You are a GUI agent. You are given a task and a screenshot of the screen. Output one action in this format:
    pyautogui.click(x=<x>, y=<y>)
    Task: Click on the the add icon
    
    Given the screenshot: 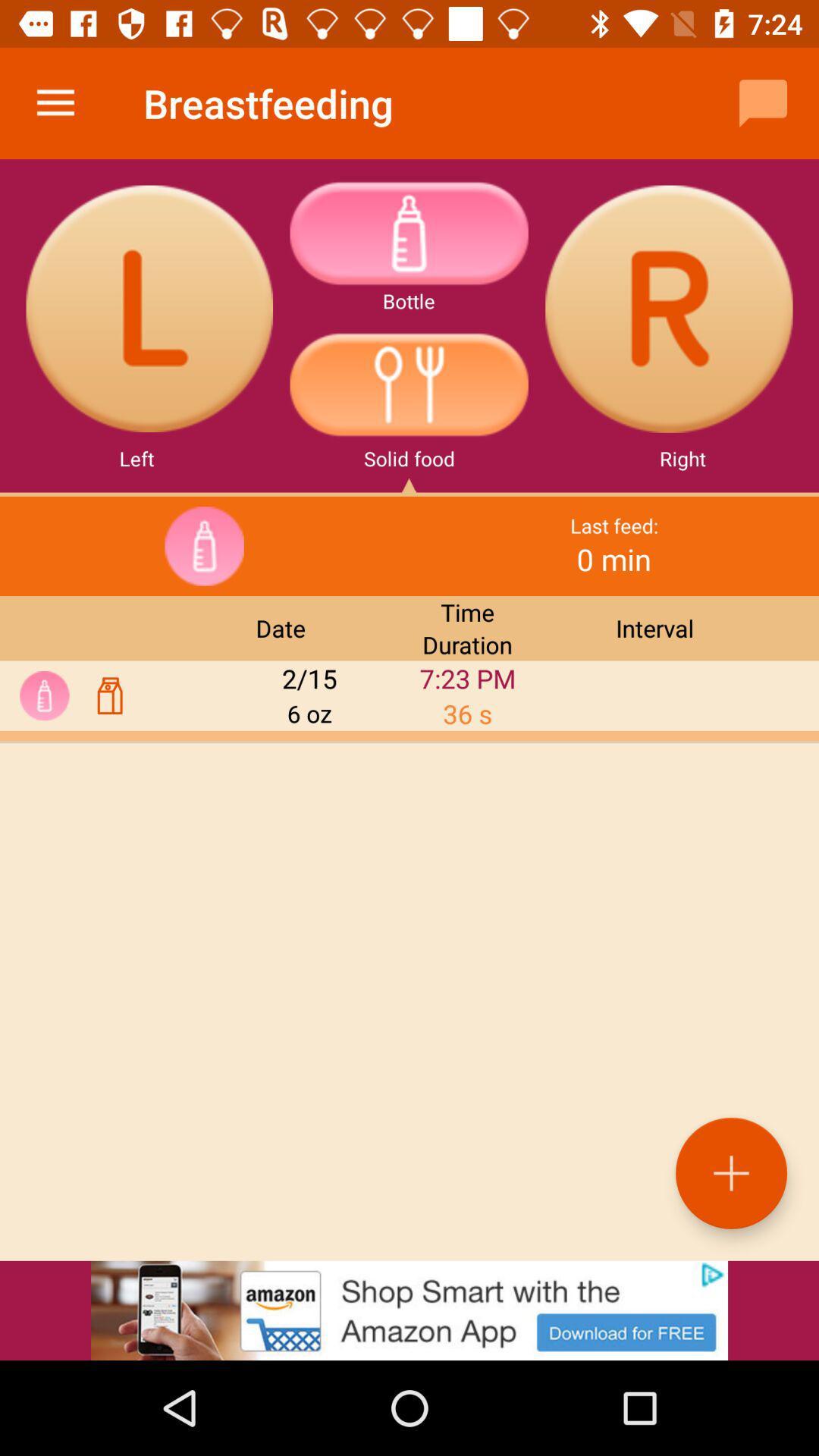 What is the action you would take?
    pyautogui.click(x=730, y=1172)
    